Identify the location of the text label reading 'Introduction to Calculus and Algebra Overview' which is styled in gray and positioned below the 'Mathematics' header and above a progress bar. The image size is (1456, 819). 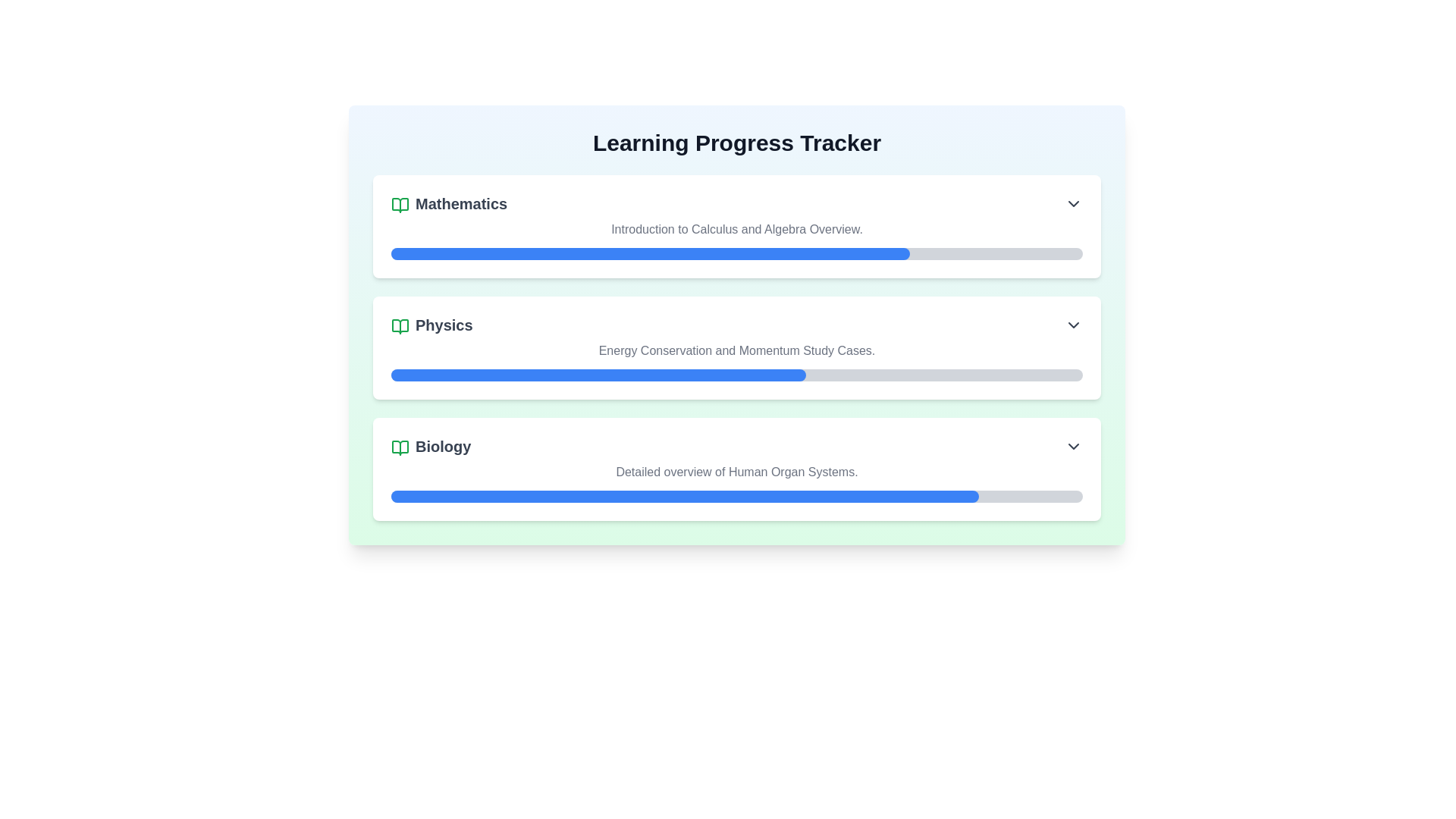
(736, 230).